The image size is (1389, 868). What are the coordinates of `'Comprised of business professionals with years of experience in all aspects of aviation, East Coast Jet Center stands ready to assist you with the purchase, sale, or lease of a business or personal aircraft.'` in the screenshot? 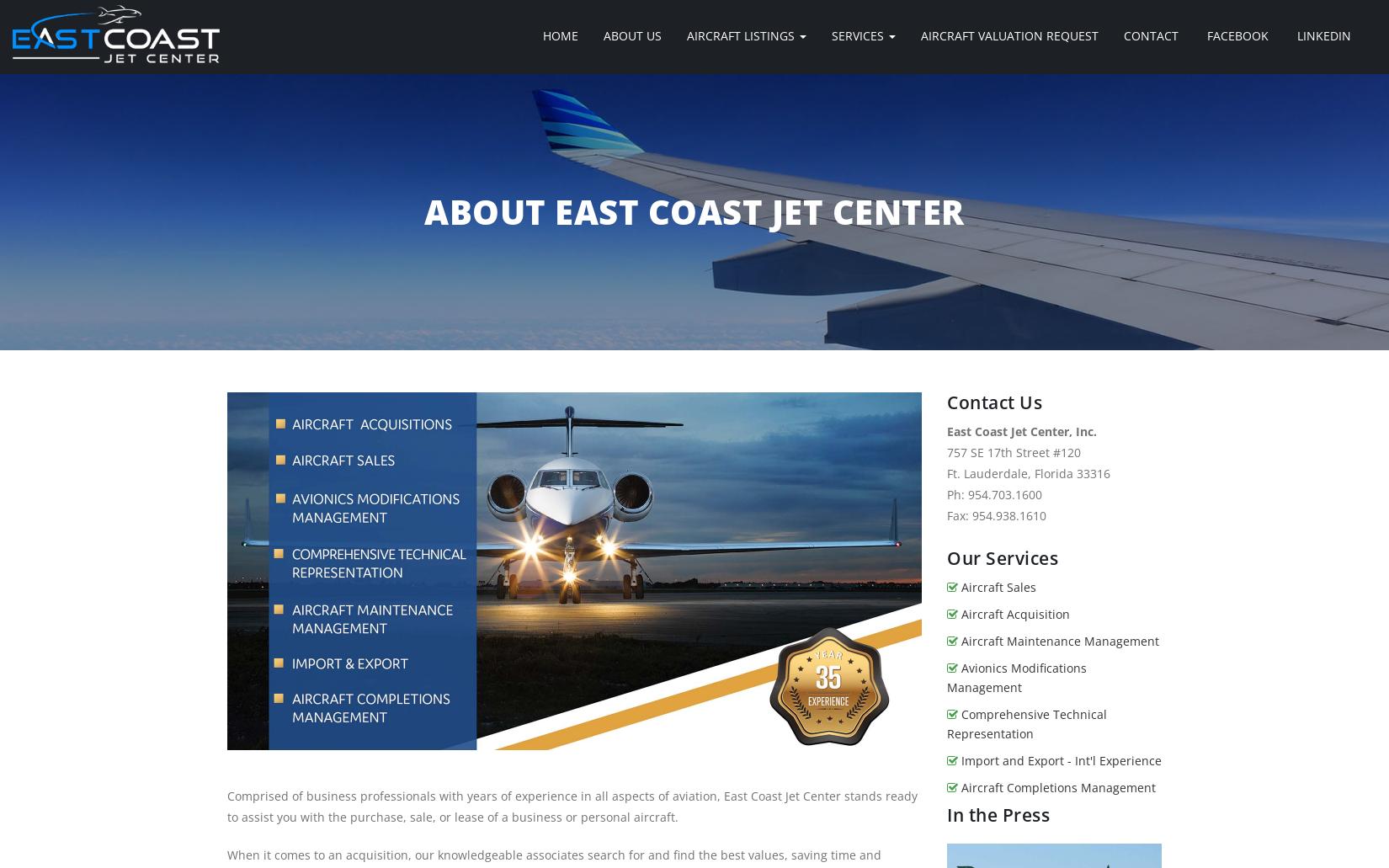 It's located at (571, 806).